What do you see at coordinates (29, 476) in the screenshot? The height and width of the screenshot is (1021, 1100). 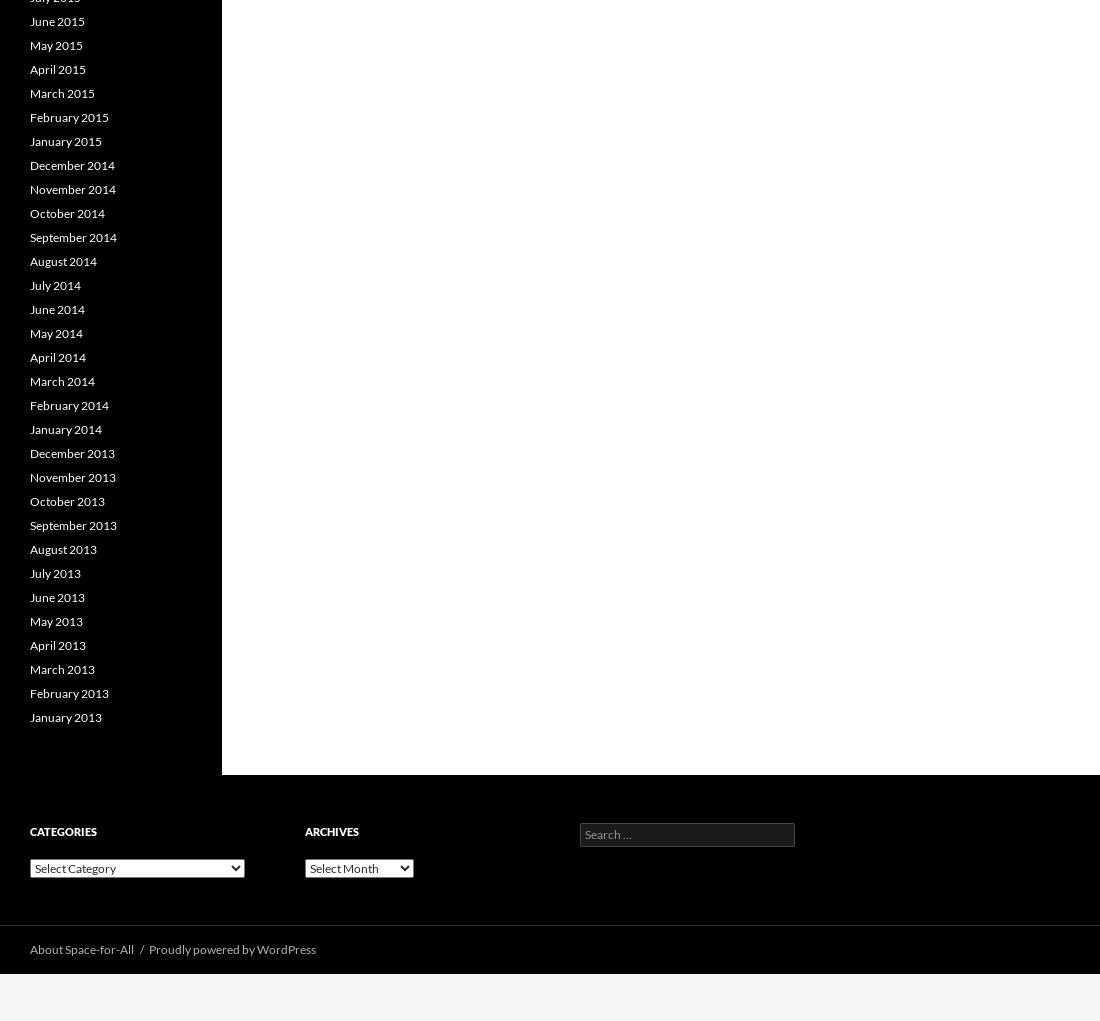 I see `'November 2013'` at bounding box center [29, 476].